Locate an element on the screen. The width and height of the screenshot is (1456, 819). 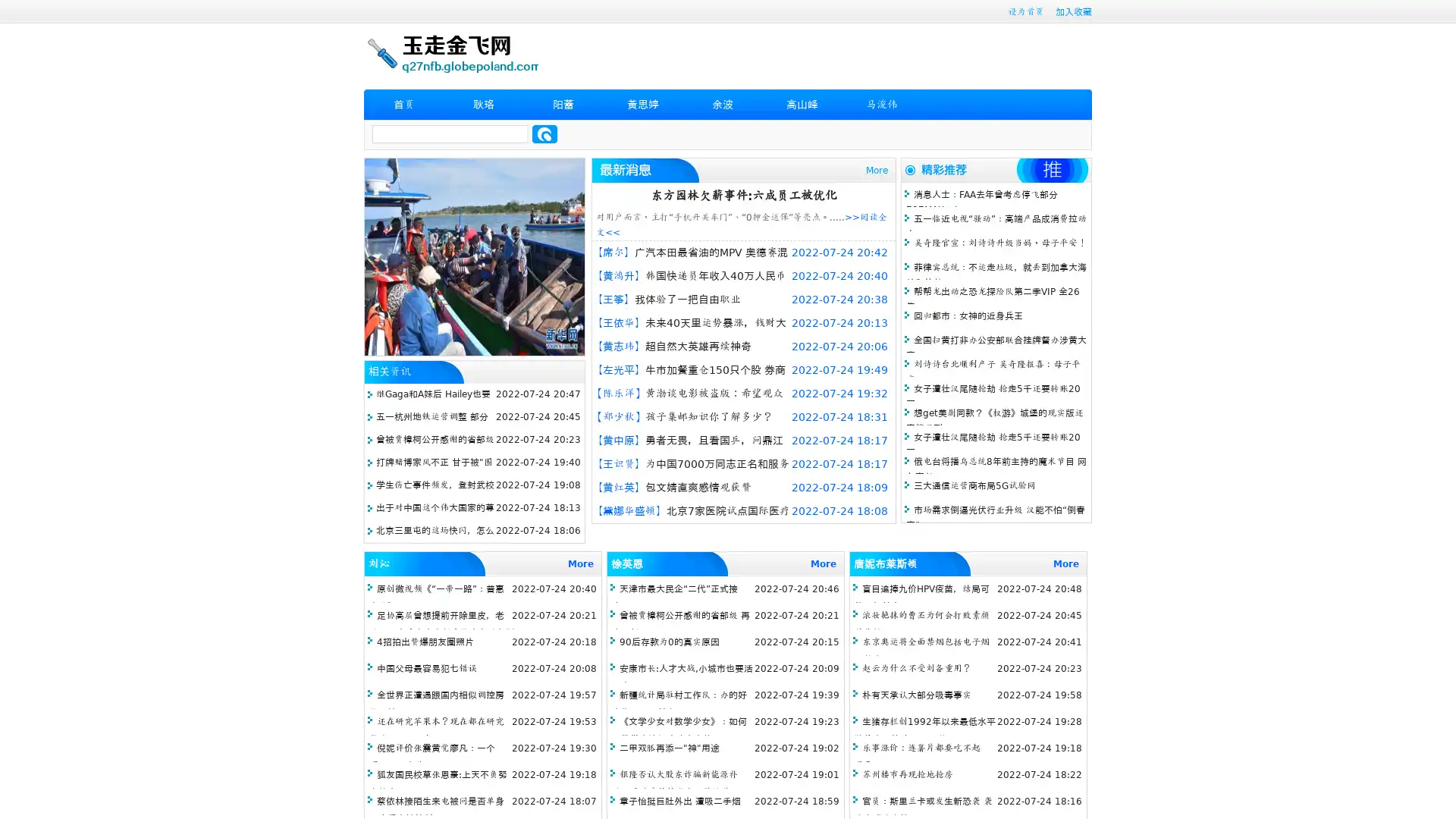
Search is located at coordinates (544, 133).